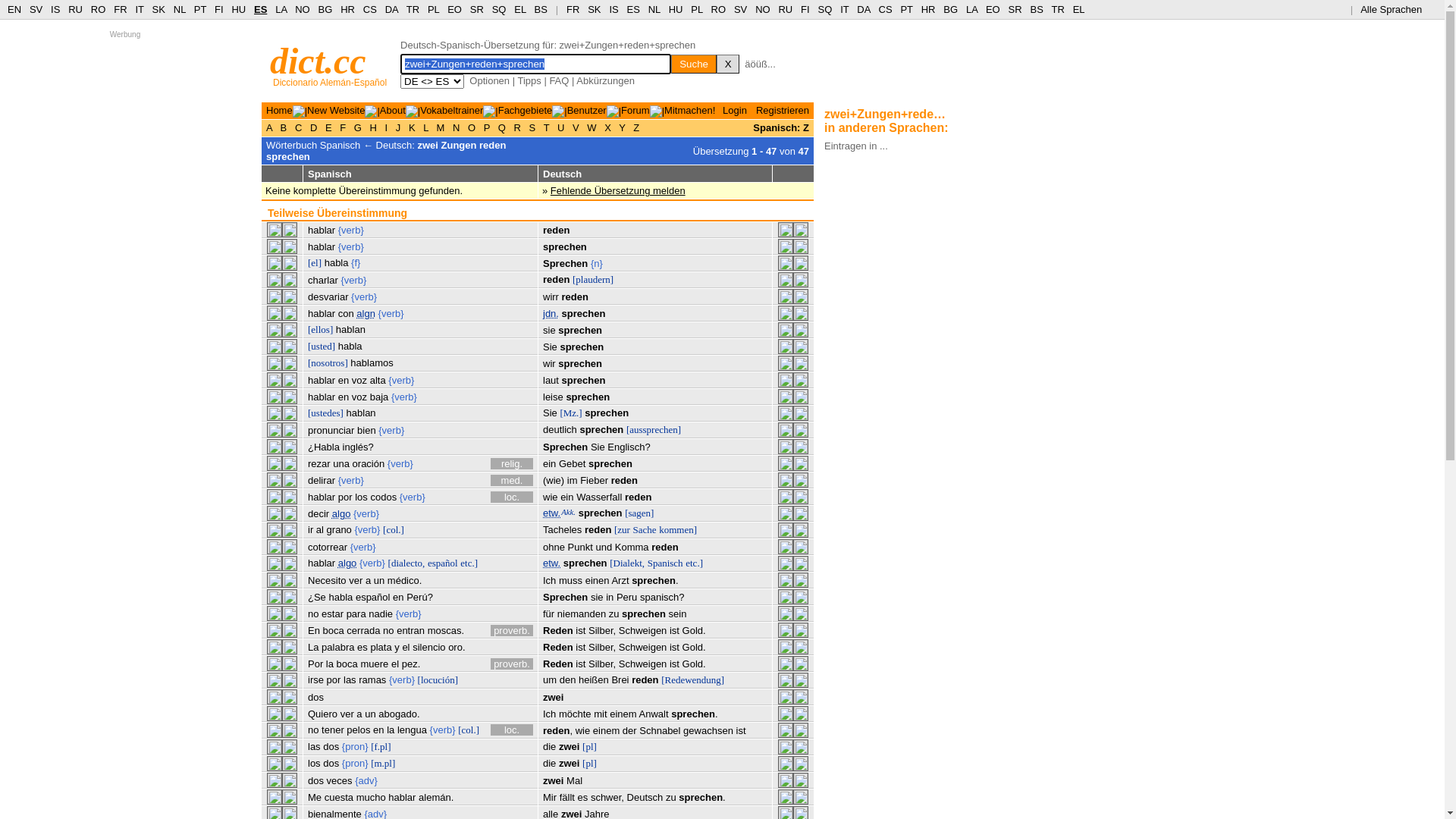  I want to click on 'hablar', so click(401, 796).